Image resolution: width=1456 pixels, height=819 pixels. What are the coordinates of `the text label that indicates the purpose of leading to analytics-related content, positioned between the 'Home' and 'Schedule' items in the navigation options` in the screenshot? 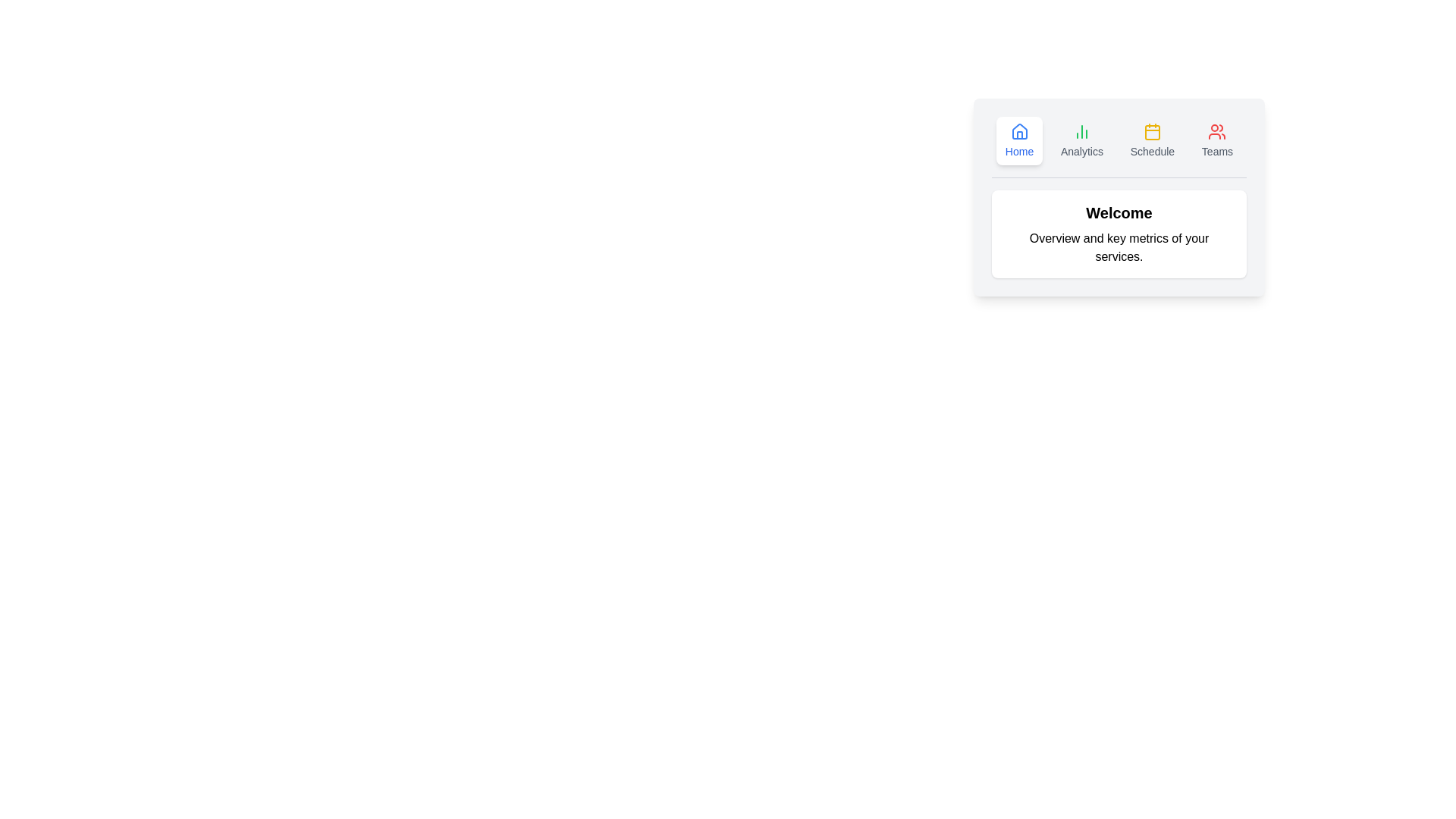 It's located at (1081, 152).